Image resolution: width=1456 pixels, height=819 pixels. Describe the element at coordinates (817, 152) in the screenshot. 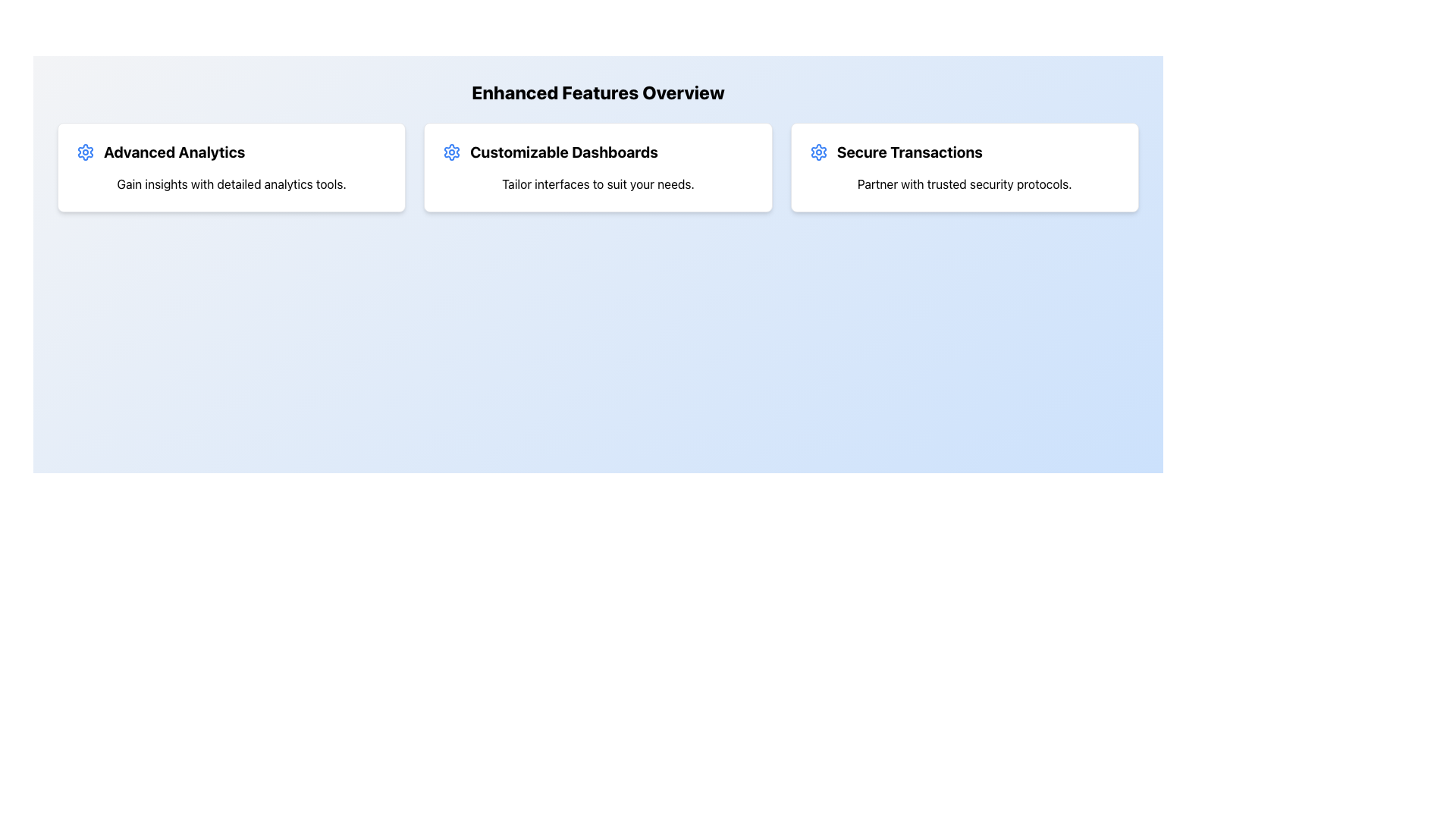

I see `the settings icon, which is a blue gear icon located to the left of the 'Secure Transactions' text in the interface` at that location.